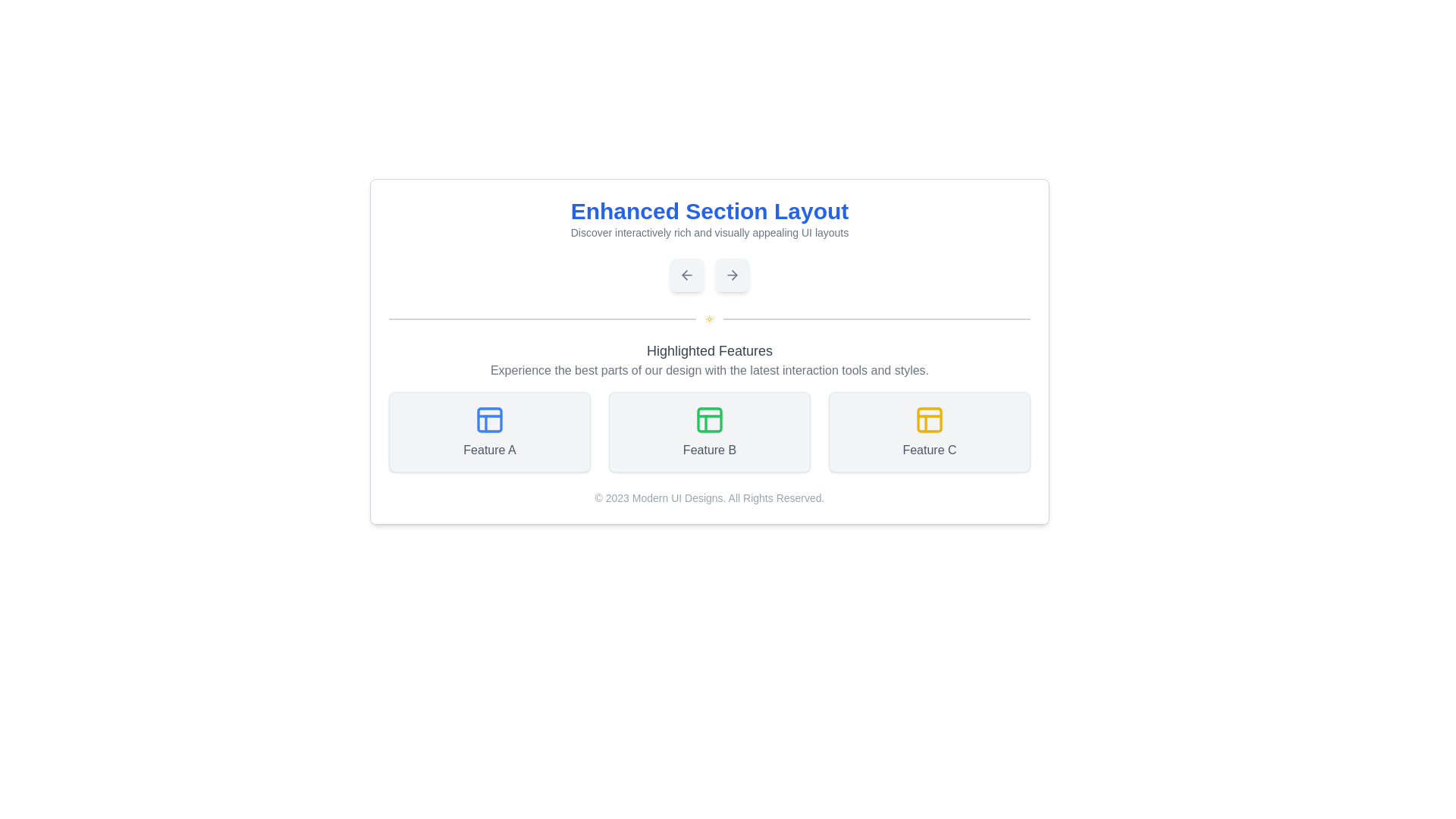  Describe the element at coordinates (709, 350) in the screenshot. I see `the Text label element, which serves as a heading or title for the following content, positioned at the top of its section` at that location.